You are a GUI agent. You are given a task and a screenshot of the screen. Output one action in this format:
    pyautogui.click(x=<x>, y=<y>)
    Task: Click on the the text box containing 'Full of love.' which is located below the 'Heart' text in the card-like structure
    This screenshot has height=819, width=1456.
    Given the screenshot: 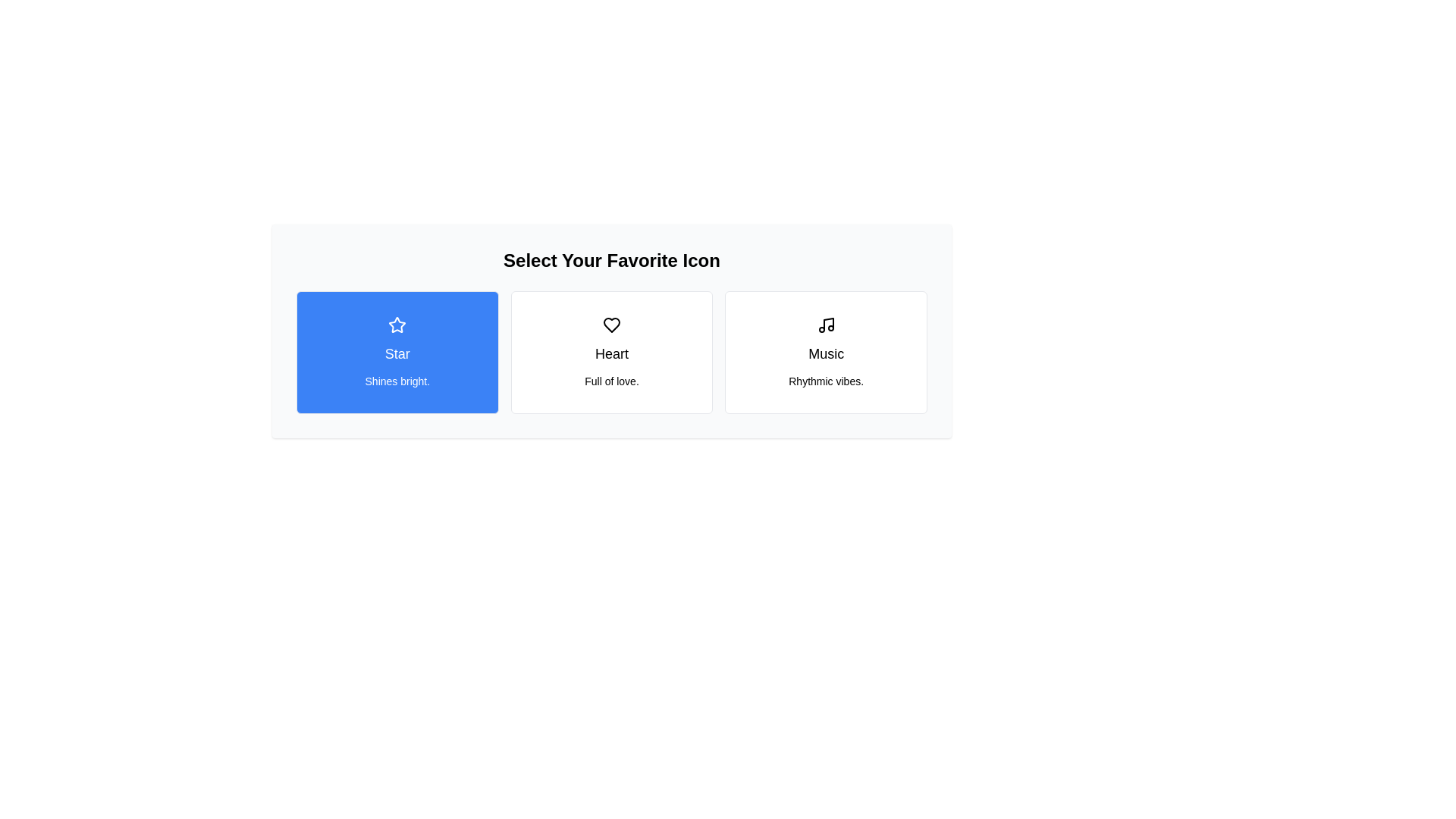 What is the action you would take?
    pyautogui.click(x=611, y=380)
    